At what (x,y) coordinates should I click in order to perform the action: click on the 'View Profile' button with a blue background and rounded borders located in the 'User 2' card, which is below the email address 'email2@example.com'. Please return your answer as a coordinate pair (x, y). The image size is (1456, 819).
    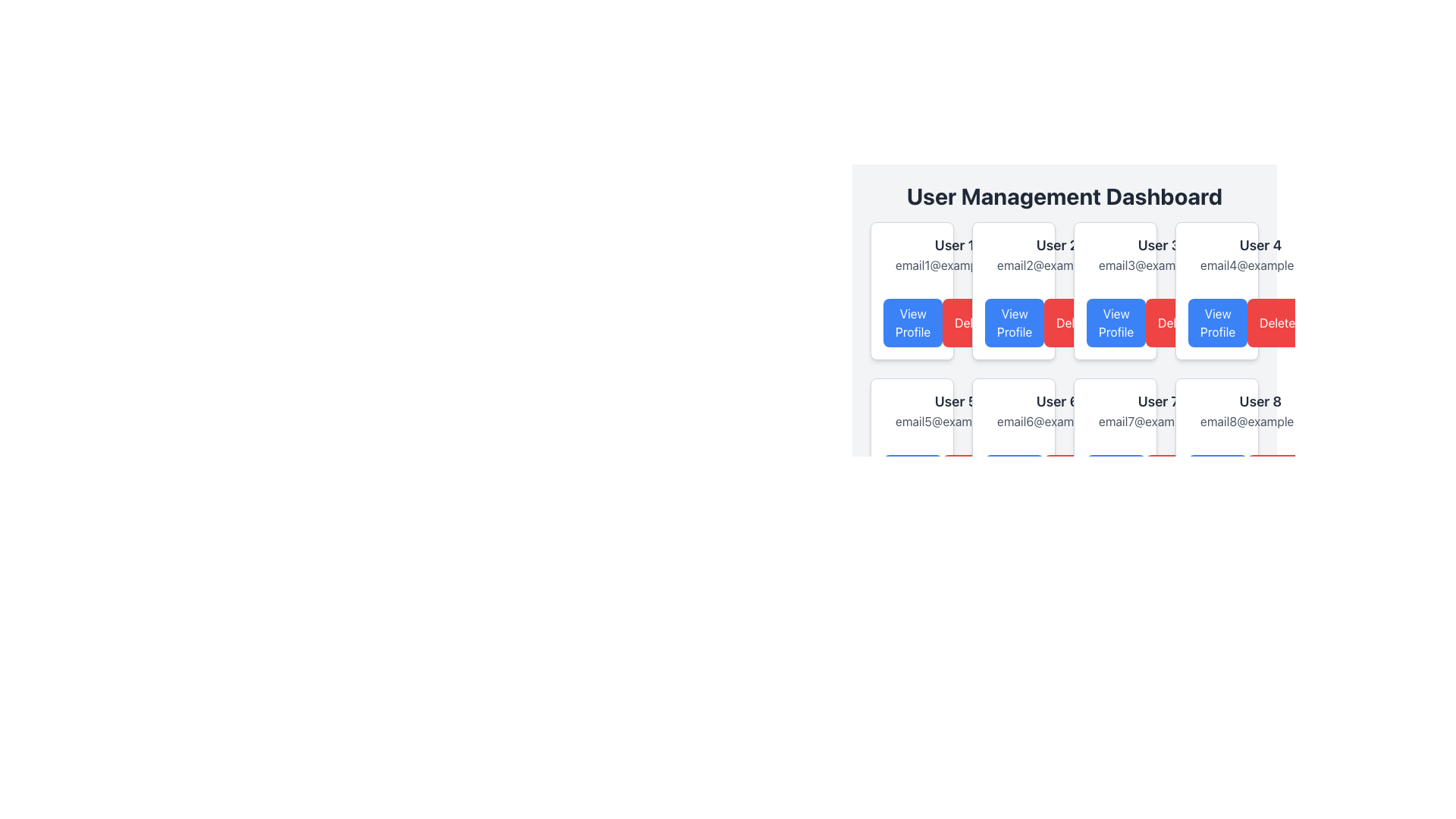
    Looking at the image, I should click on (1014, 322).